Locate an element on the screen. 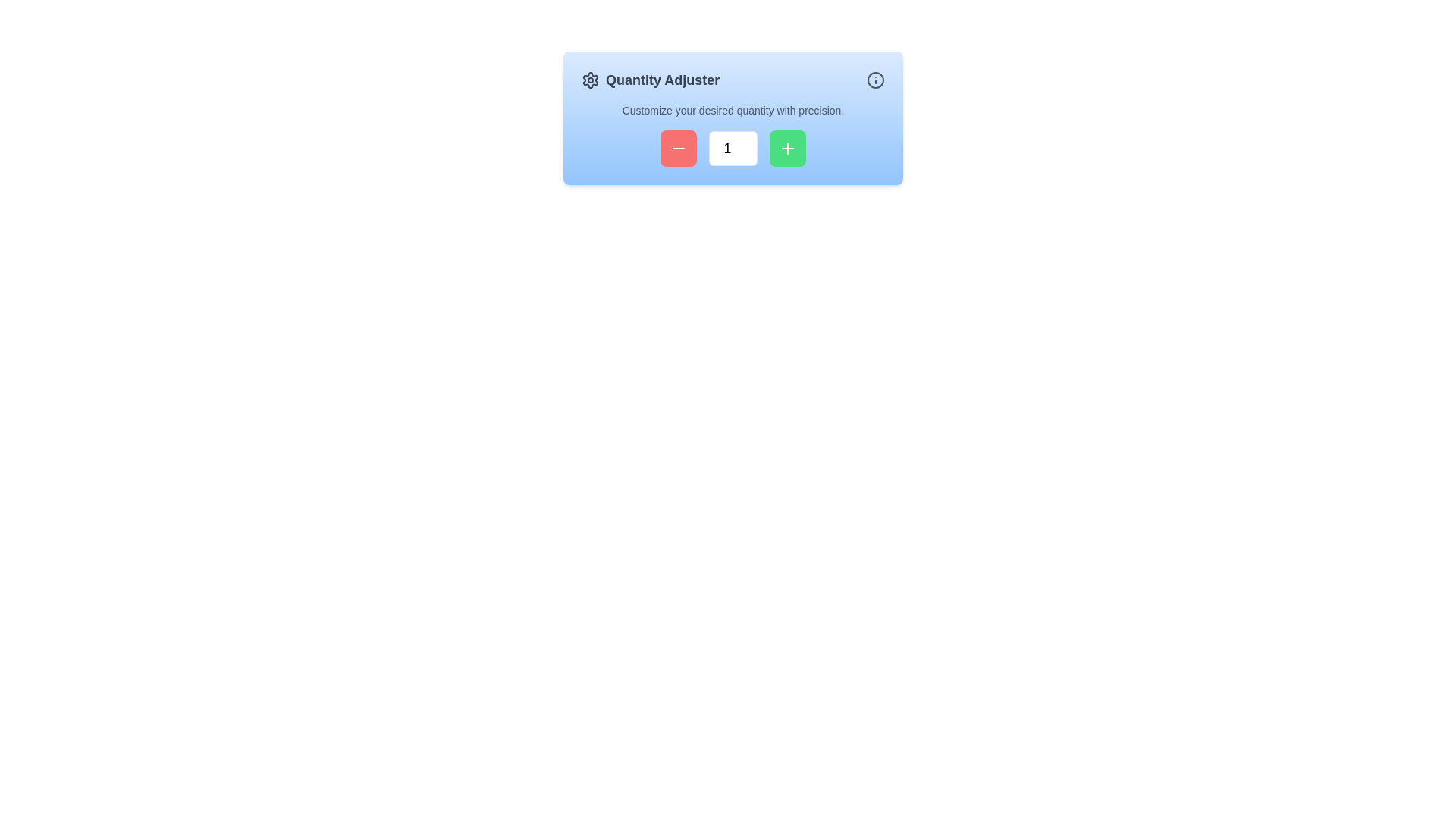 The width and height of the screenshot is (1456, 819). the plus-shaped button, which is white on a green circular background, located at the top center of the interface to increase the count is located at coordinates (787, 149).